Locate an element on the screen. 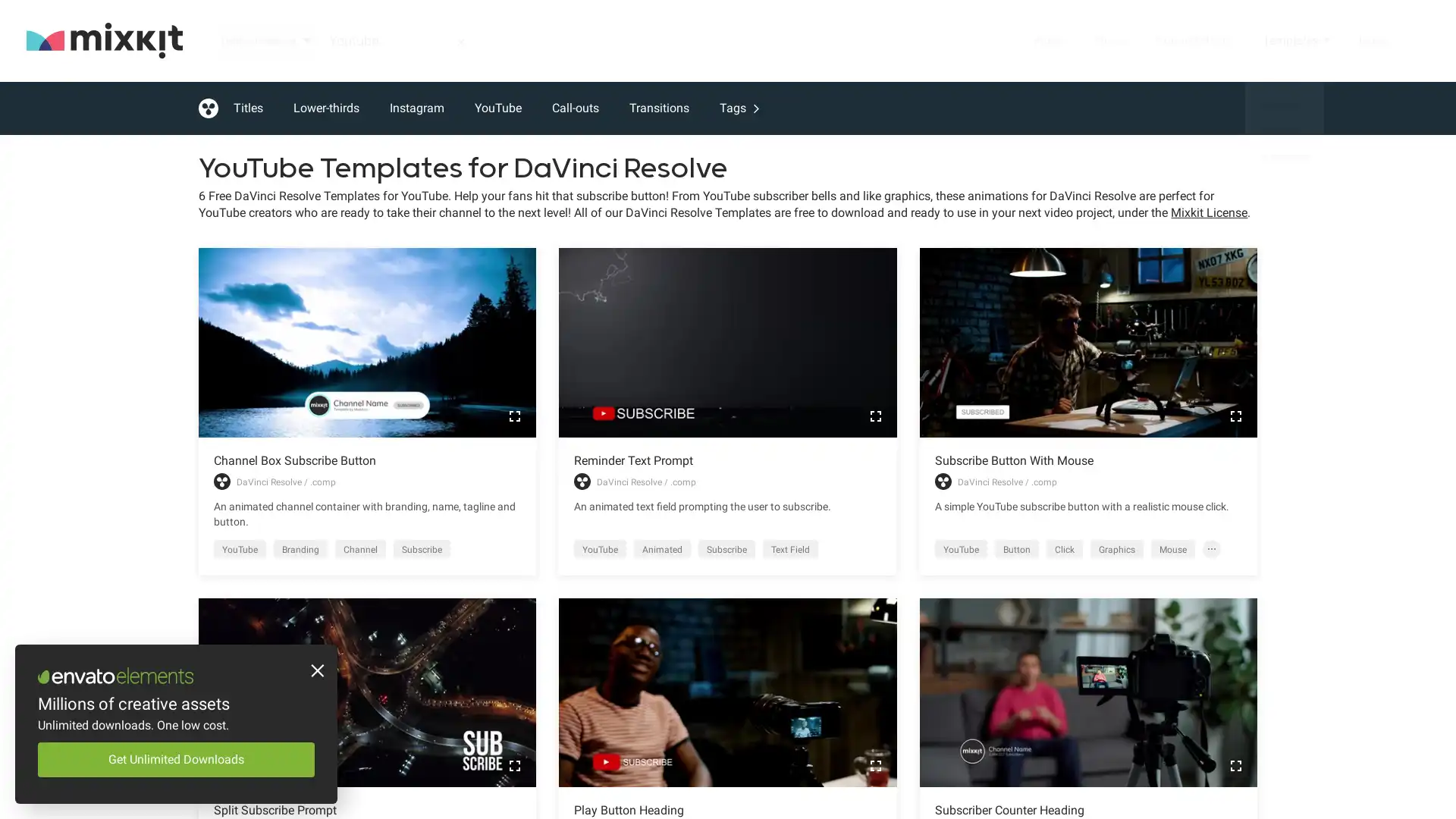 The image size is (1456, 819). View Fullscreen is located at coordinates (874, 415).